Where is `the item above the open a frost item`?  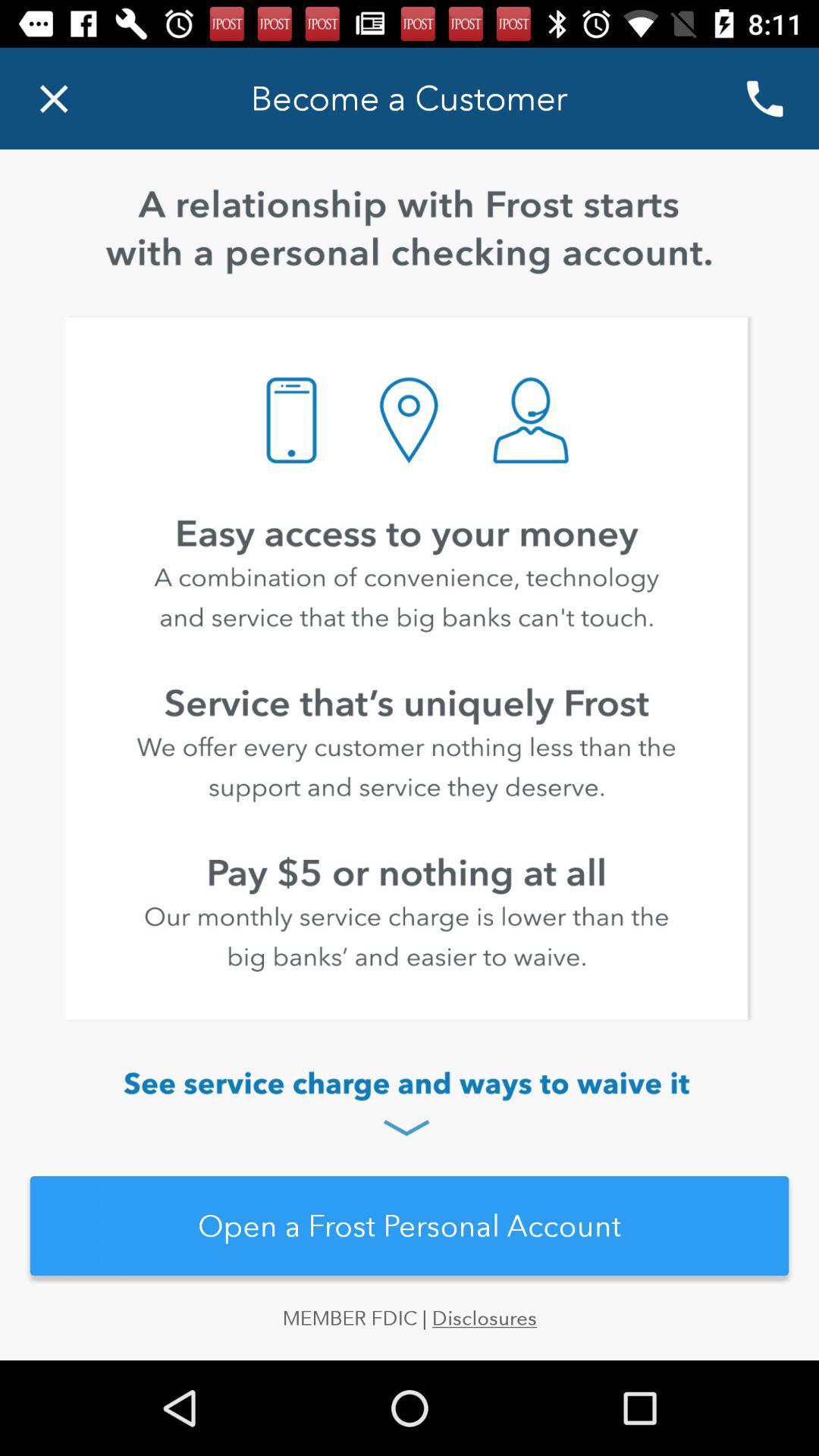 the item above the open a frost item is located at coordinates (409, 1106).